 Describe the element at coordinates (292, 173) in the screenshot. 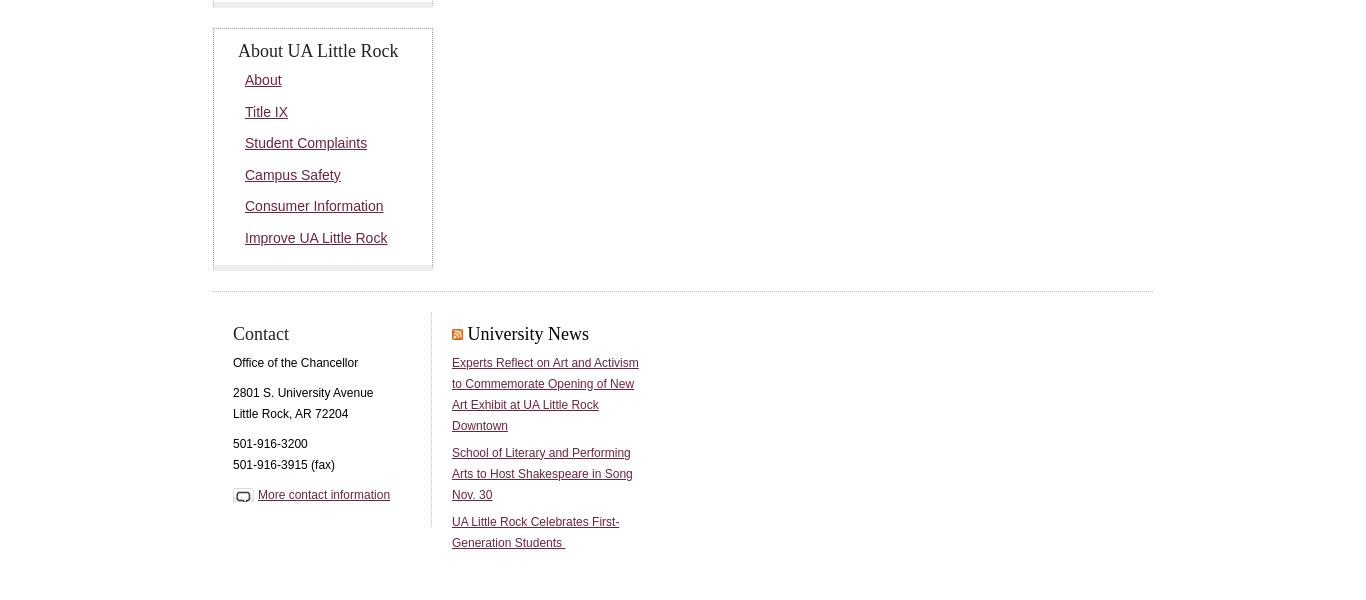

I see `'Campus Safety'` at that location.